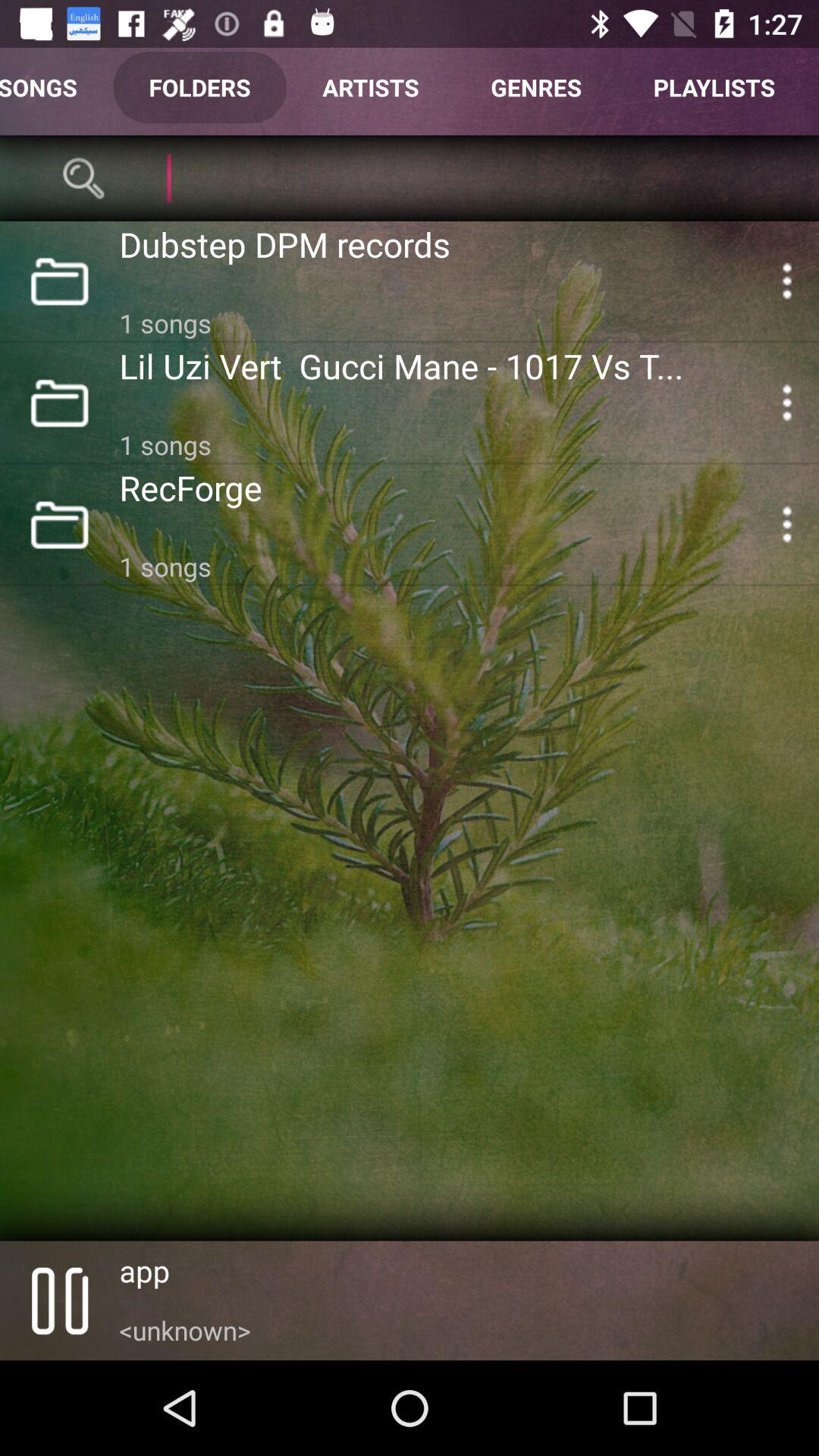  Describe the element at coordinates (371, 86) in the screenshot. I see `the button left to genres in the top menu bar` at that location.